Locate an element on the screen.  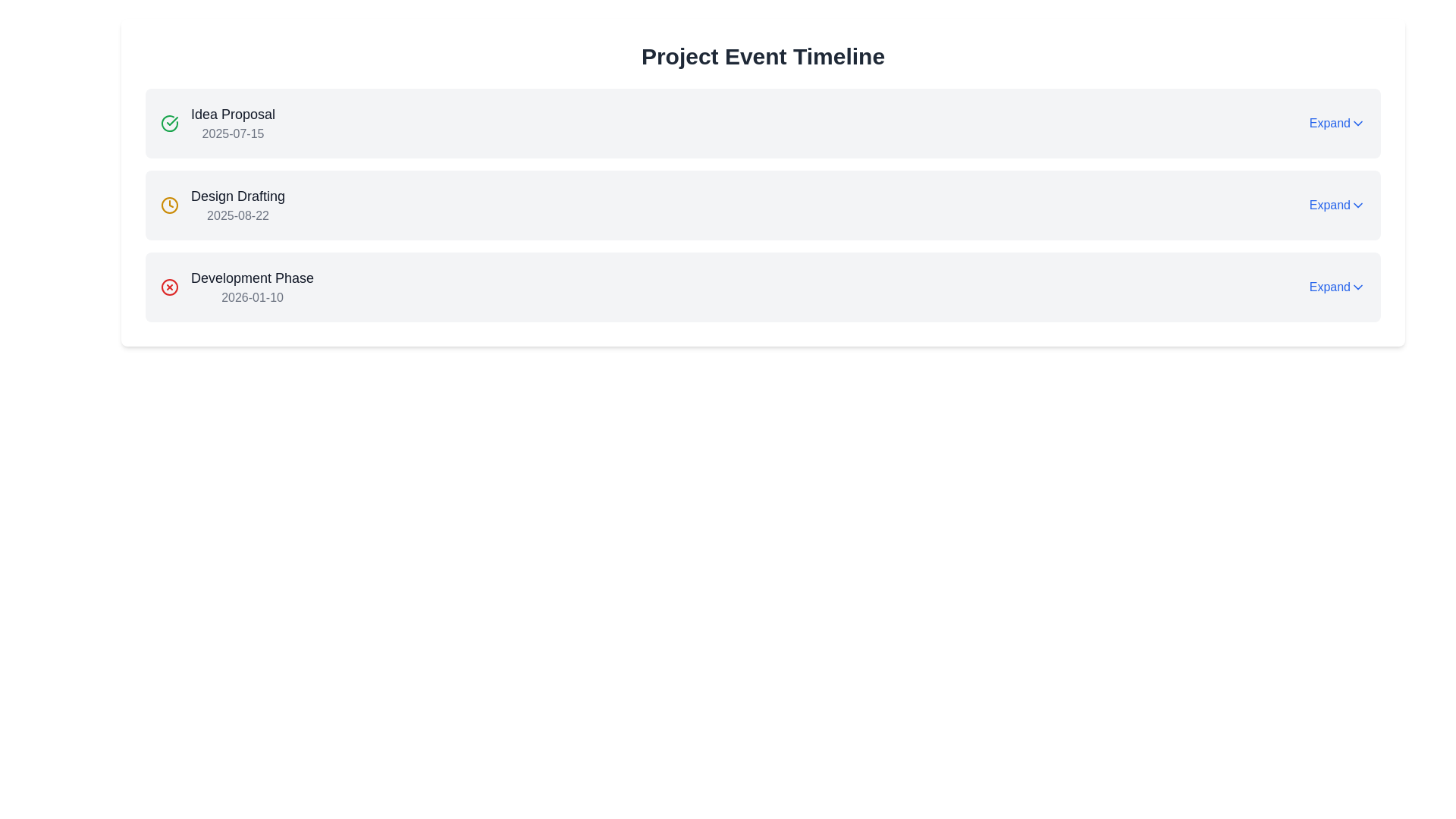
the date indicator text label located under the 'Idea Proposal' heading in the timeline interface is located at coordinates (232, 133).